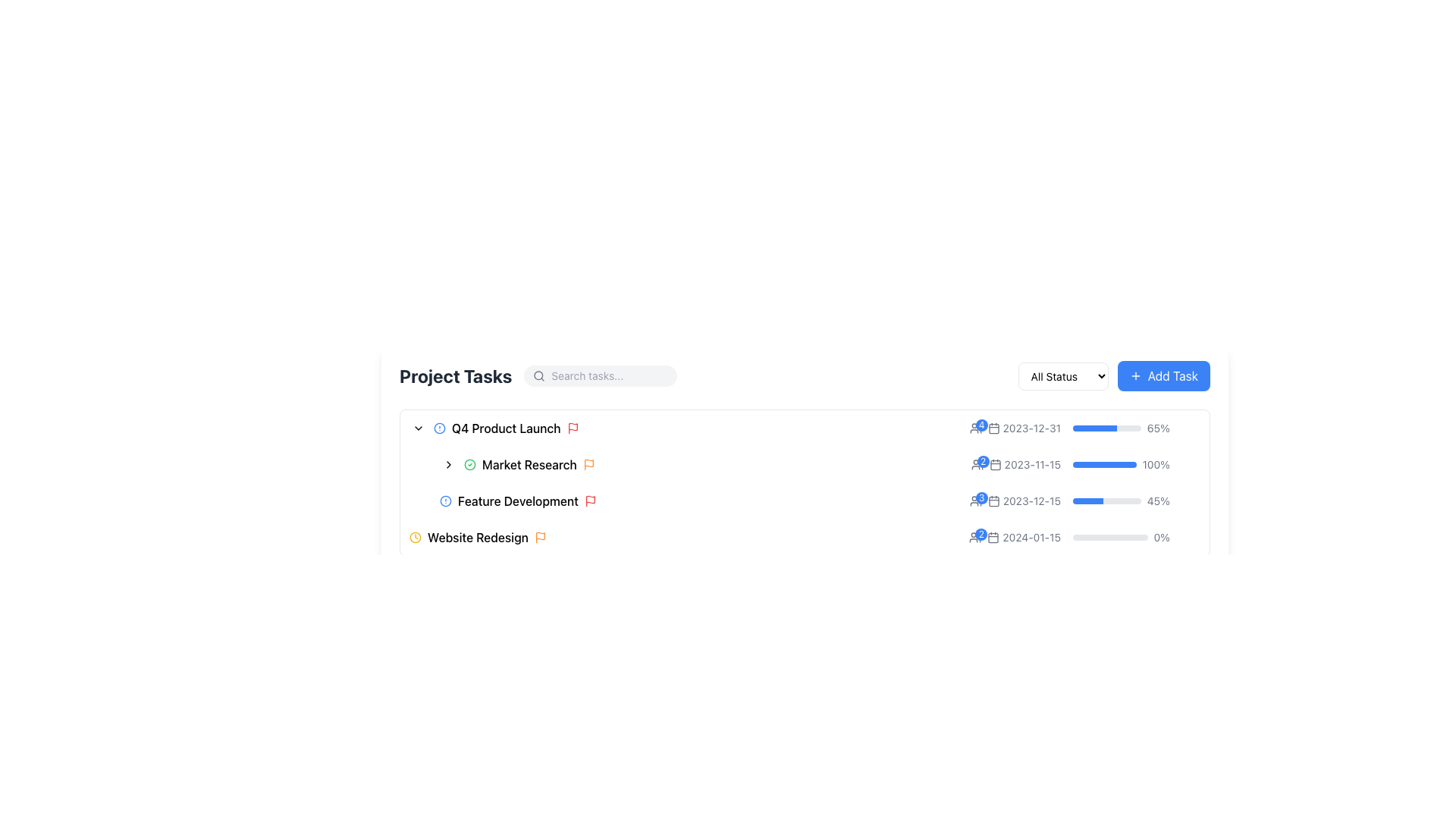 This screenshot has height=819, width=1456. Describe the element at coordinates (415, 537) in the screenshot. I see `the yellow clock icon located on the far-left side next to 'Website Redesign' in the Project Tasks list` at that location.